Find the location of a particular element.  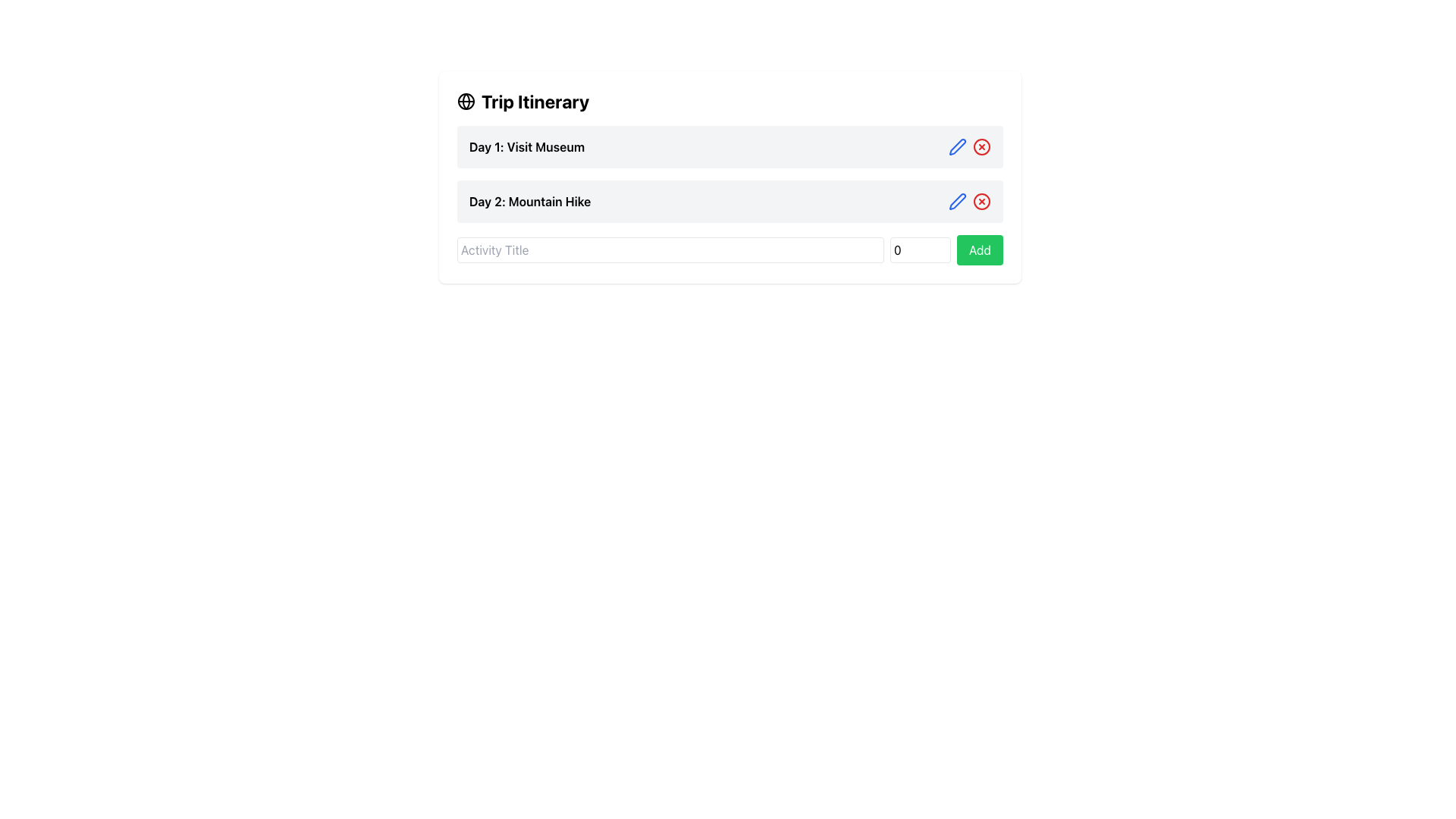

the circular outline graphic within the SVG element that is centered in the globe icon is located at coordinates (465, 102).